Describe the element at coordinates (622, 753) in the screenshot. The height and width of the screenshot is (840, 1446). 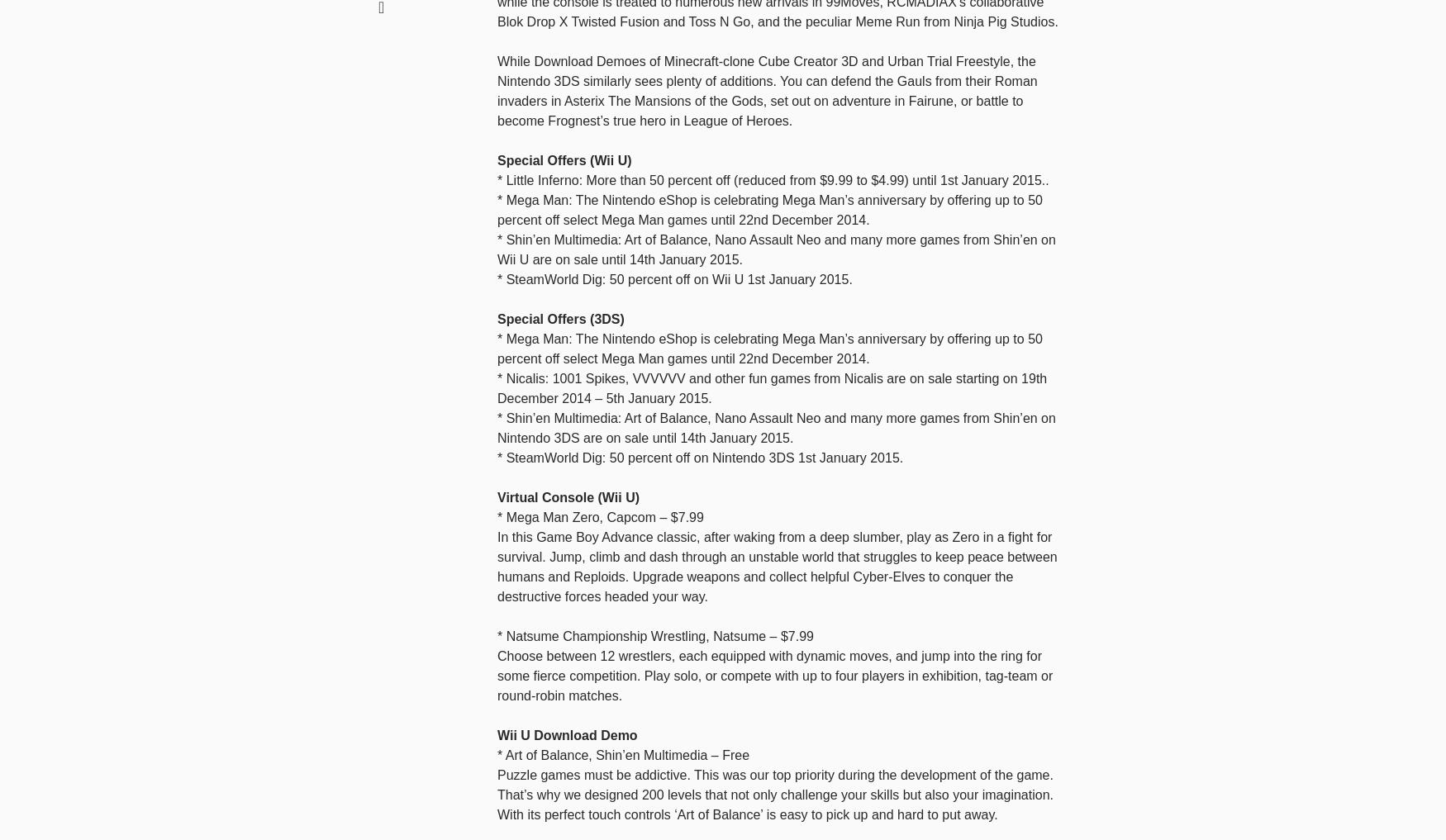
I see `'* Art of Balance, Shin’en Multimedia – Free'` at that location.